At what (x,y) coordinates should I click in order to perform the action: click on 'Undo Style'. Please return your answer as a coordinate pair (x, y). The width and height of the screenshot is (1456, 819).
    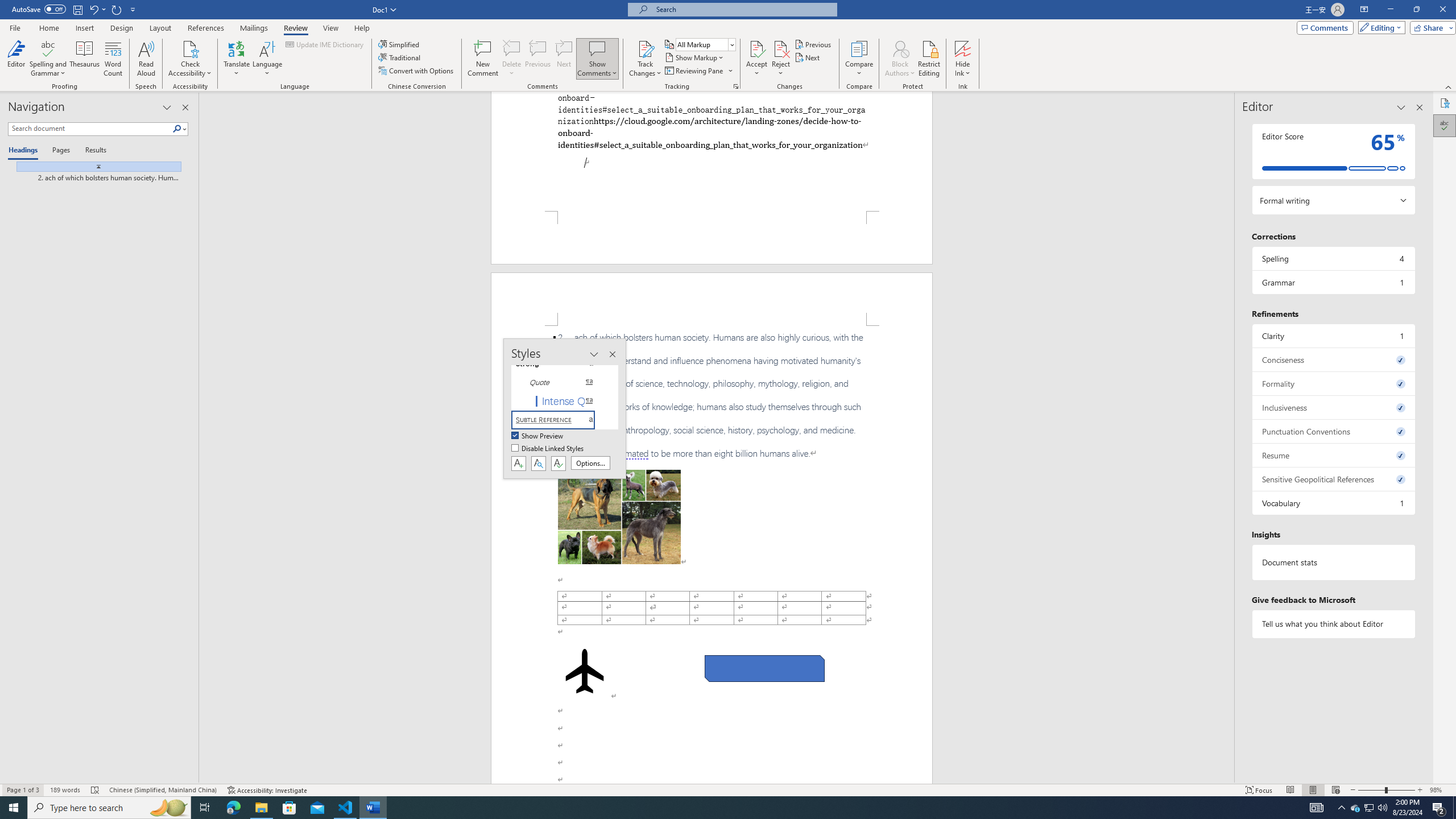
    Looking at the image, I should click on (97, 9).